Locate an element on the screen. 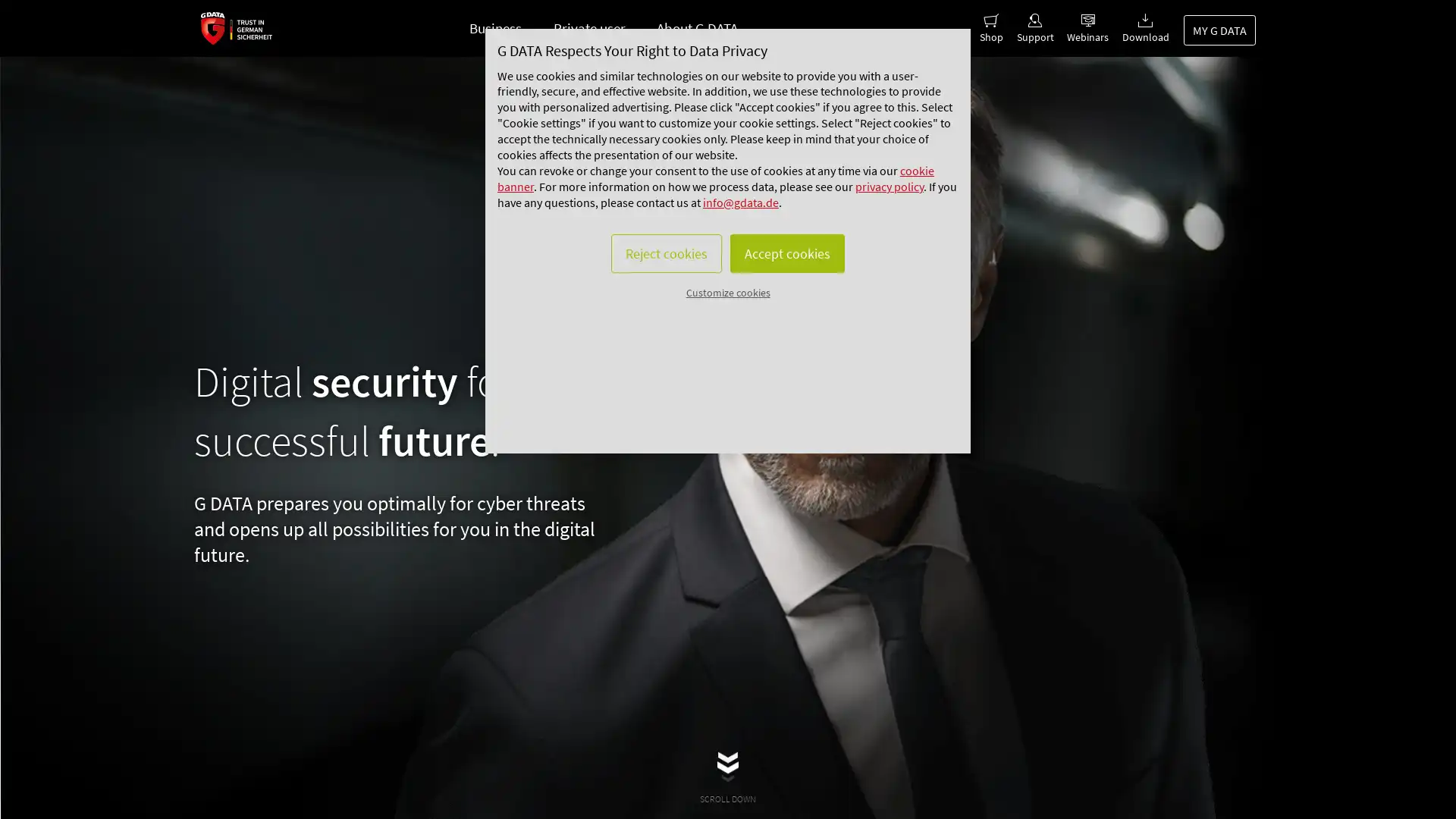 The image size is (1456, 819). Reject cookies is located at coordinates (658, 300).